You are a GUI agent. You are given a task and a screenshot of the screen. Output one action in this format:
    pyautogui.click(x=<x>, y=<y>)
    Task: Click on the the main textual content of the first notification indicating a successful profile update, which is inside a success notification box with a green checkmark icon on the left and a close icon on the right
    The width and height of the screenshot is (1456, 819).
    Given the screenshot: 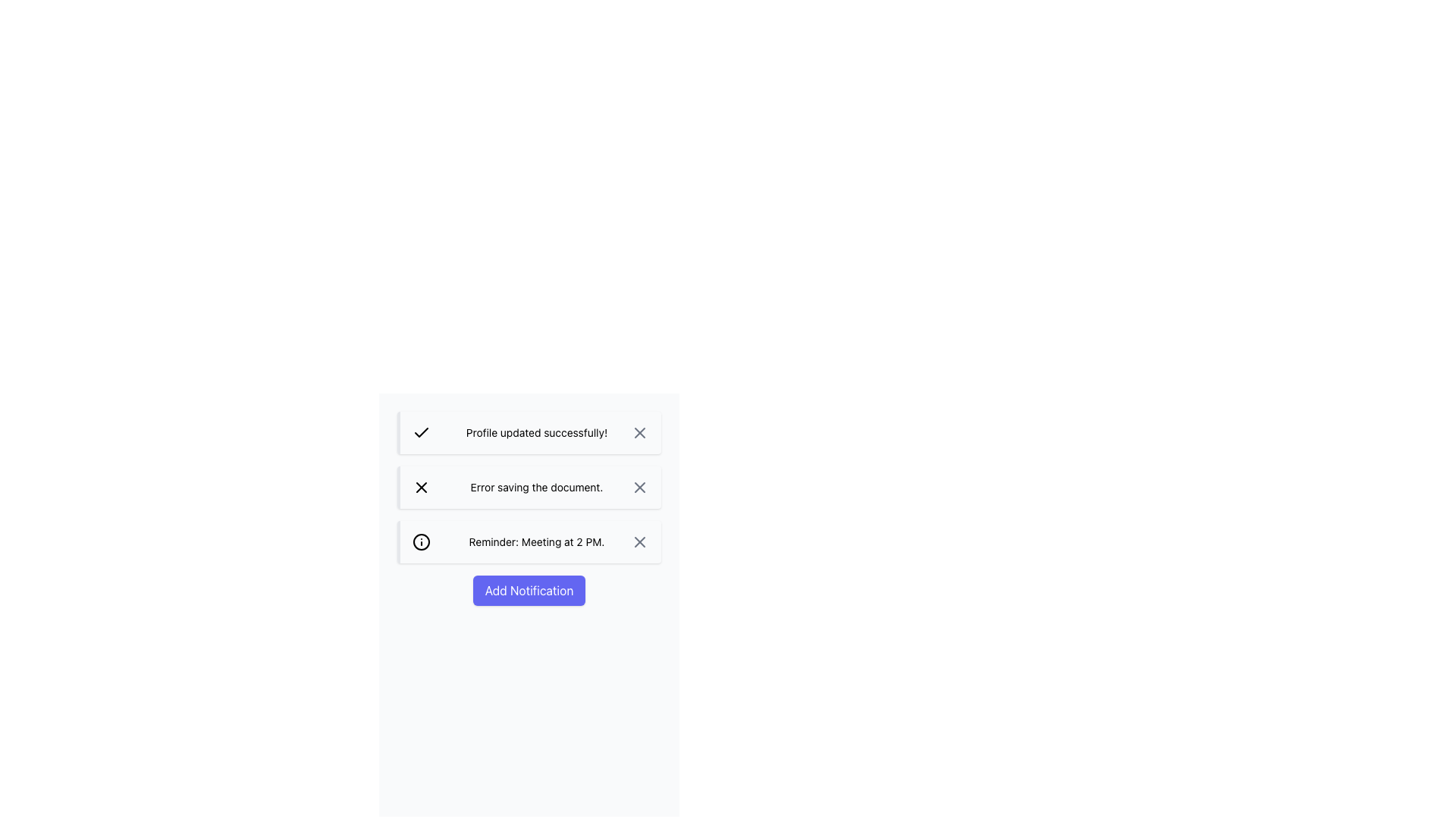 What is the action you would take?
    pyautogui.click(x=537, y=432)
    